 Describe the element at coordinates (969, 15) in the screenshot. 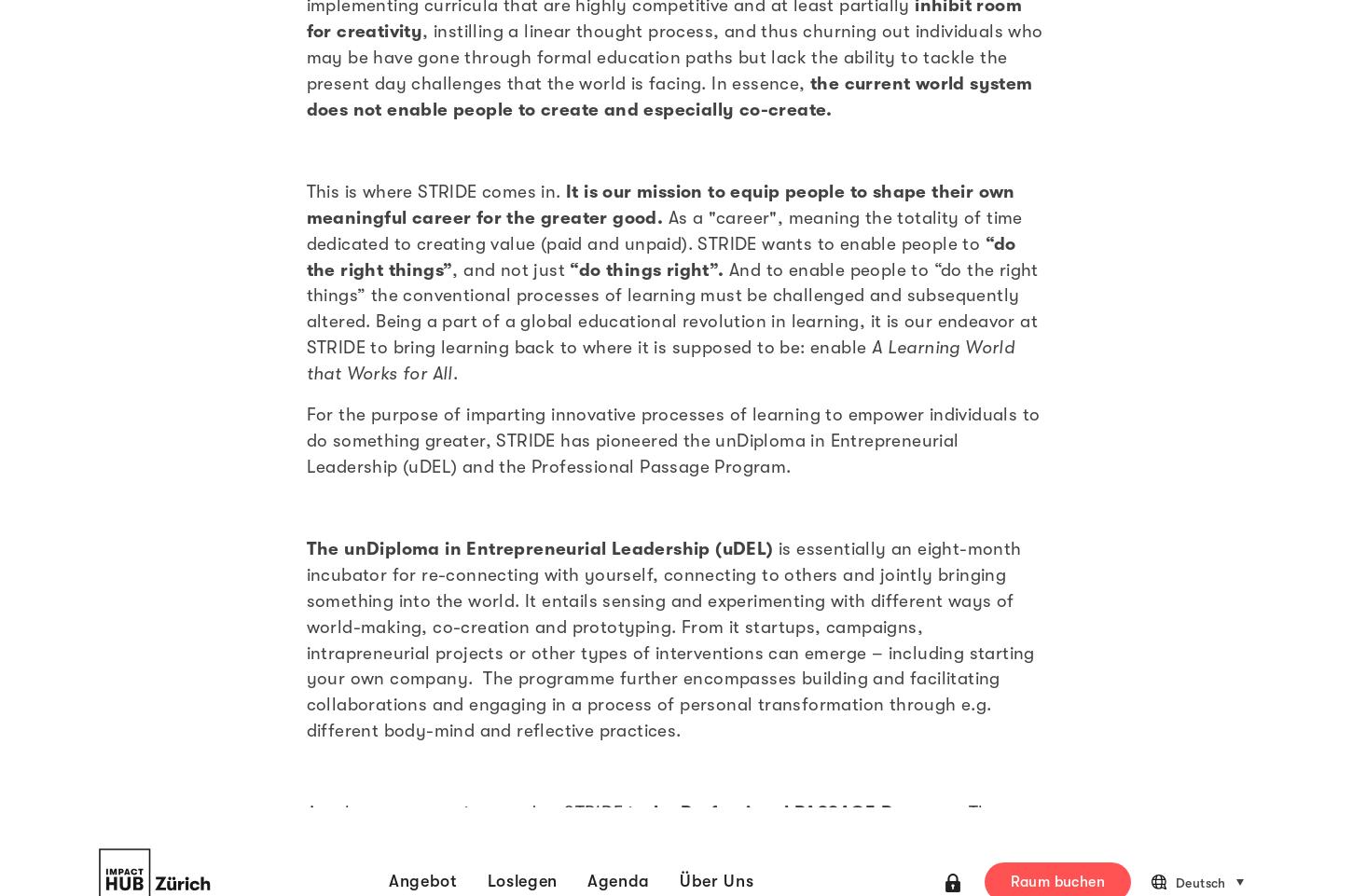

I see `'13/08/2020'` at that location.